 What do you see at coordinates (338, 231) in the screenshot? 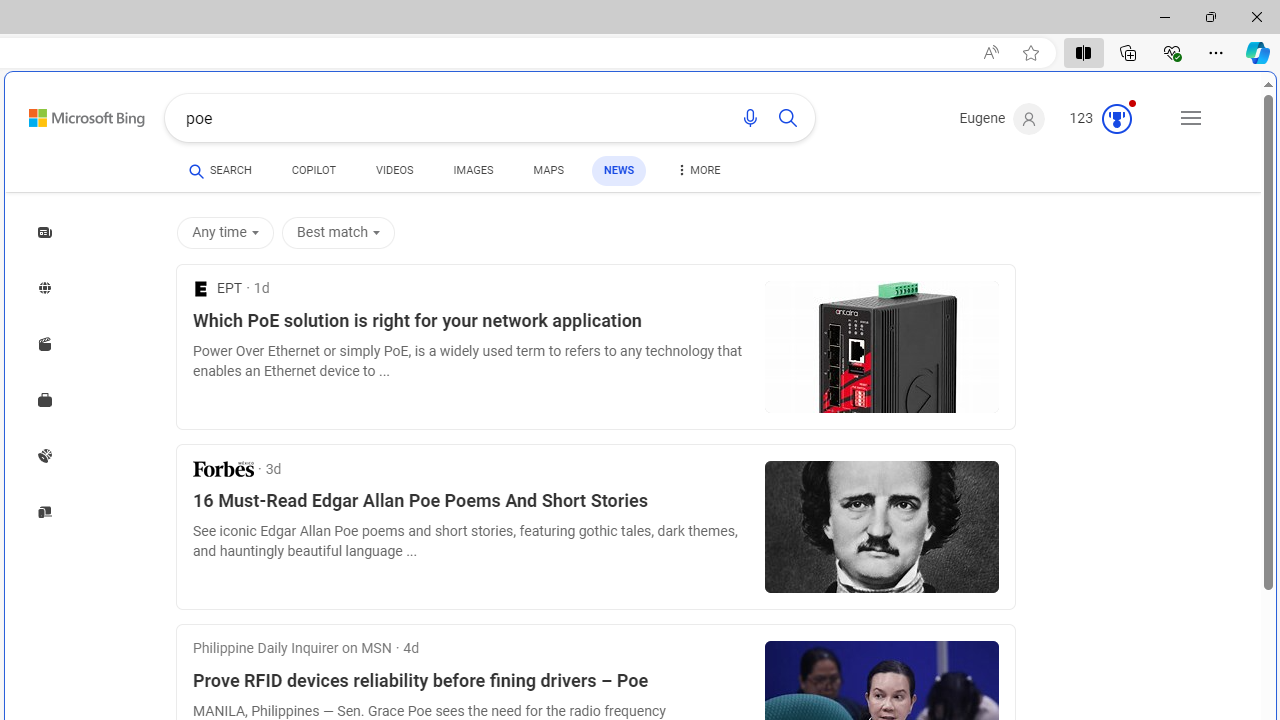
I see `'Best match'` at bounding box center [338, 231].